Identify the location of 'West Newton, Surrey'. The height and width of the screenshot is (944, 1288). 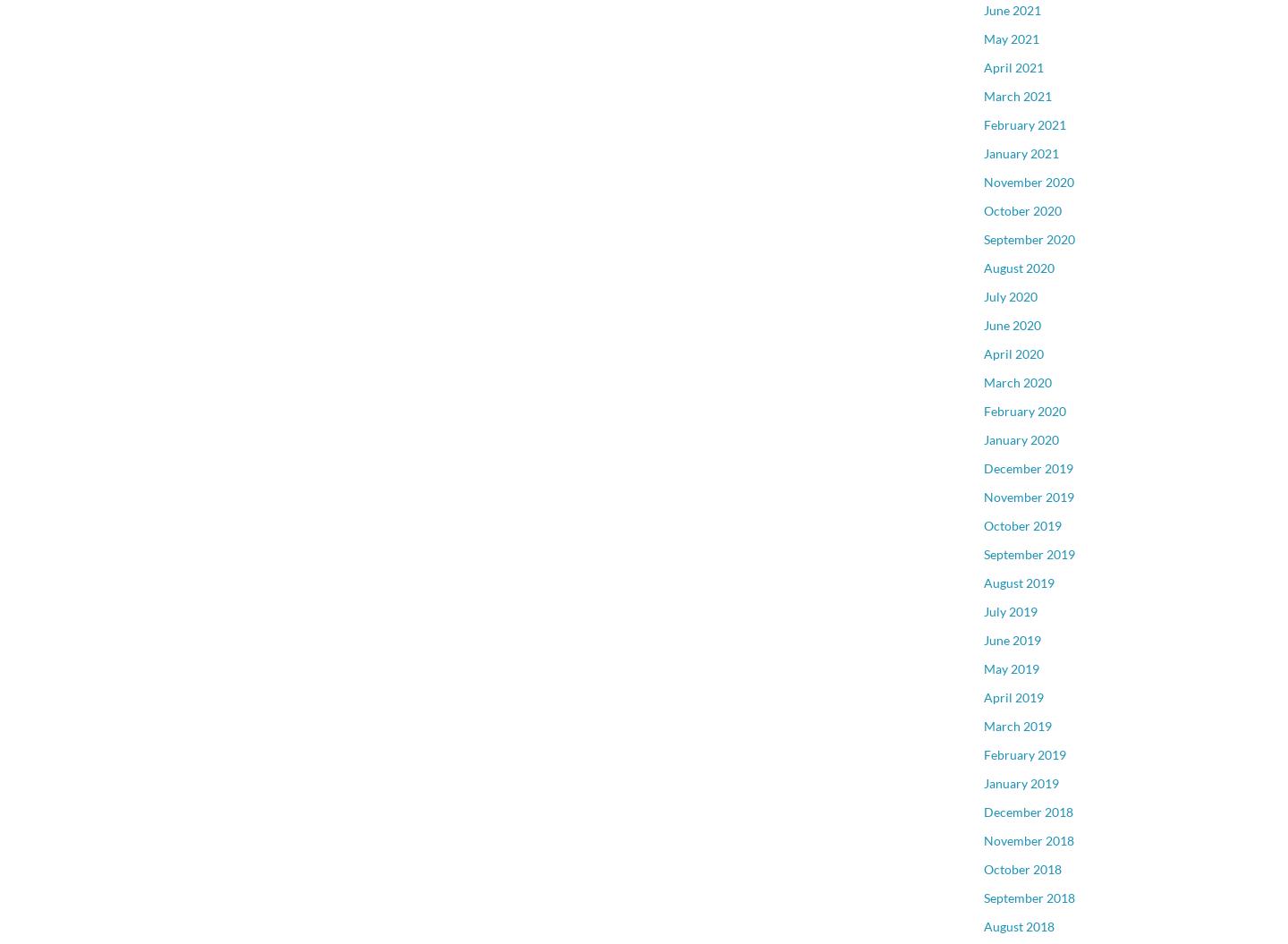
(1042, 405).